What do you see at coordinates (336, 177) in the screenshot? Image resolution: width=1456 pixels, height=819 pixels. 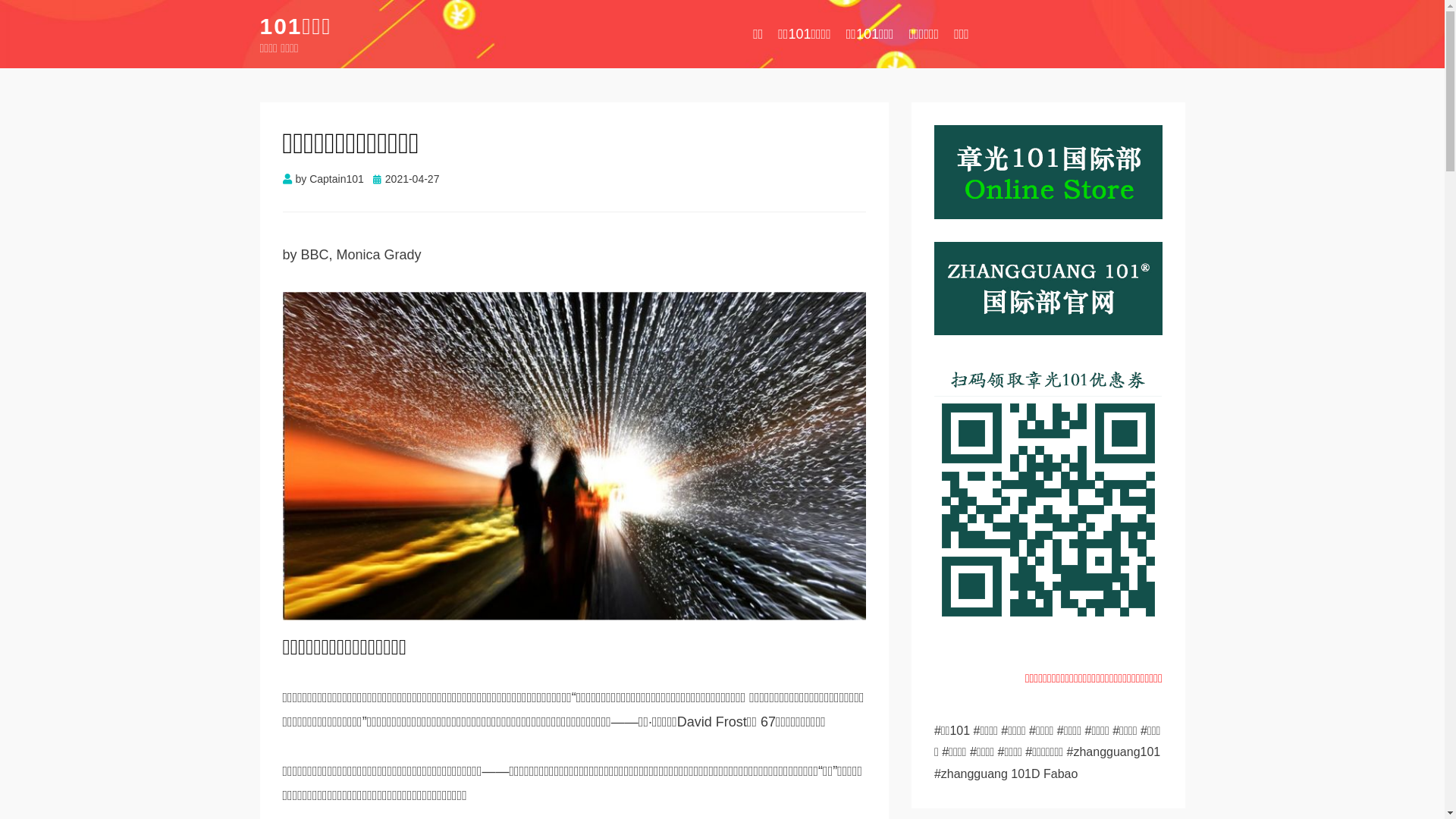 I see `'Captain101'` at bounding box center [336, 177].